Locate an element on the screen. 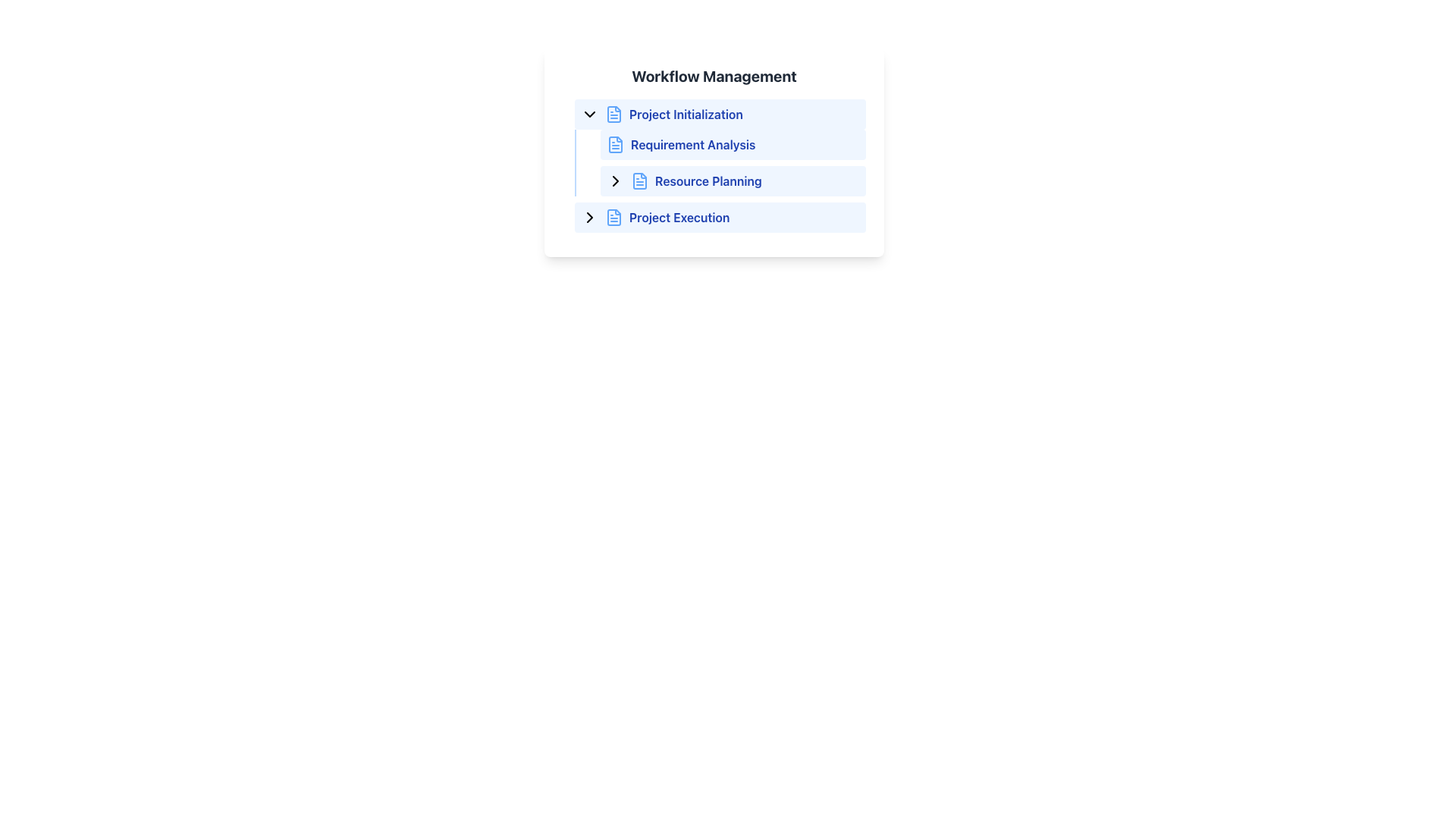 This screenshot has height=819, width=1456. the downward-pointing chevron icon, which indicates expandable content for 'Project Initialization' is located at coordinates (588, 113).